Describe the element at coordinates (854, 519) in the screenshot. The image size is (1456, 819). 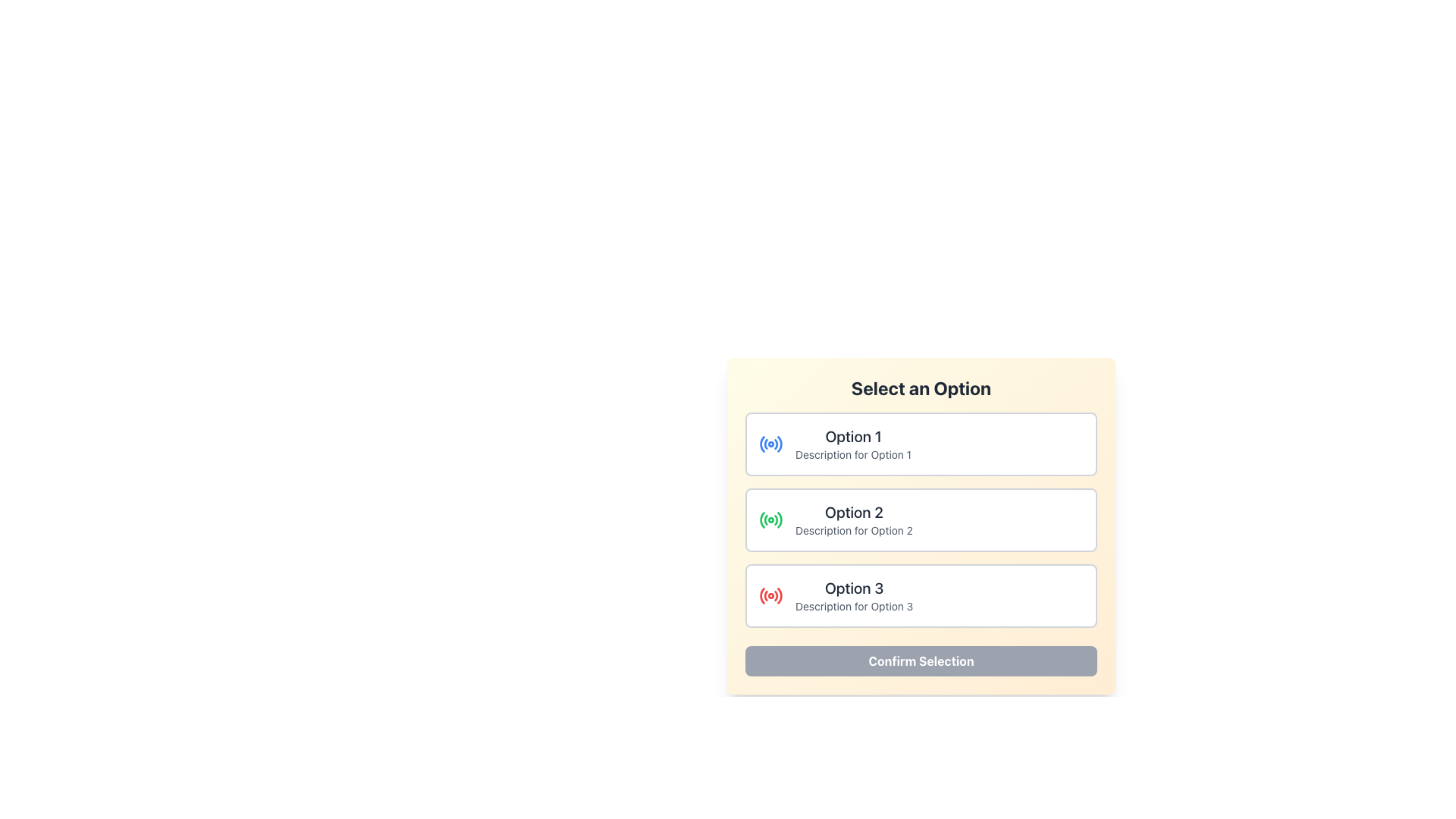
I see `the textual content display that shows 'Option 2' and 'Description for Option 2' within the second option card` at that location.